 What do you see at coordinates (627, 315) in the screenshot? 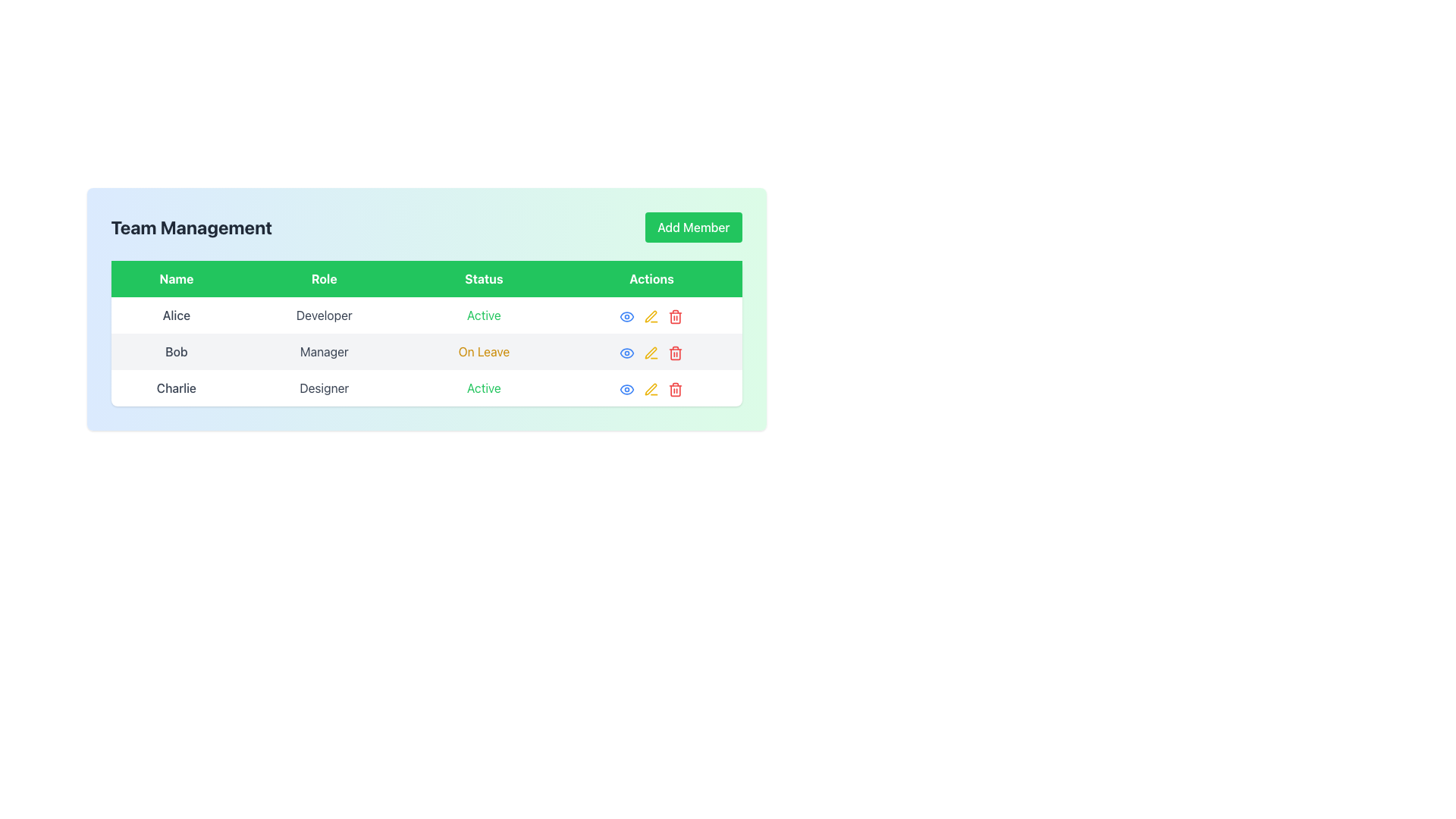
I see `the eye-shaped icon button in the 'Actions' column of the row related to 'Alice'` at bounding box center [627, 315].